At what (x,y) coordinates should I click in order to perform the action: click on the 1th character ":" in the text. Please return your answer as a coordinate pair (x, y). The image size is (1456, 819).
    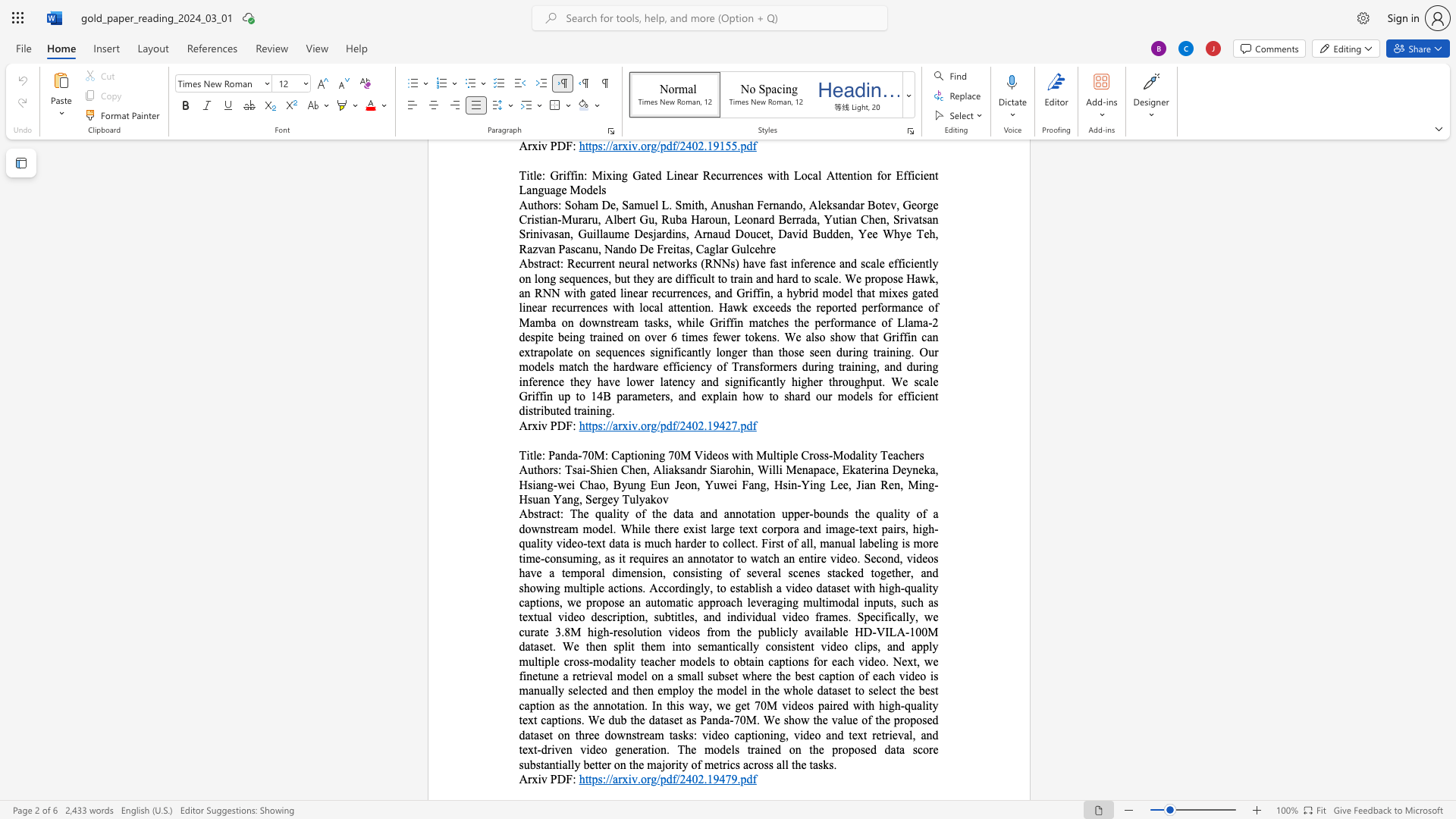
    Looking at the image, I should click on (573, 779).